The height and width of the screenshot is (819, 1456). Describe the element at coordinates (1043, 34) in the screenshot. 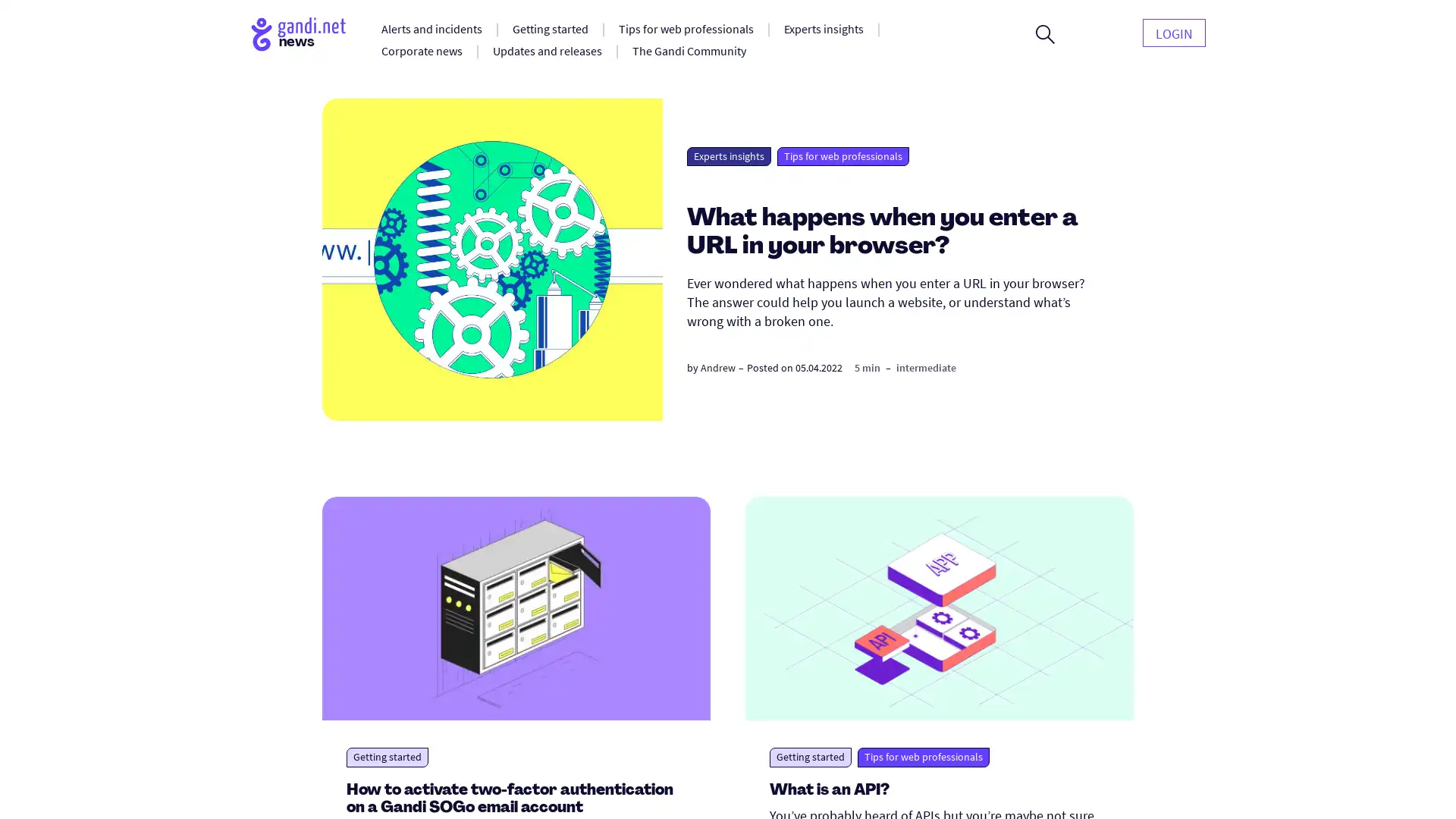

I see `Open search form` at that location.